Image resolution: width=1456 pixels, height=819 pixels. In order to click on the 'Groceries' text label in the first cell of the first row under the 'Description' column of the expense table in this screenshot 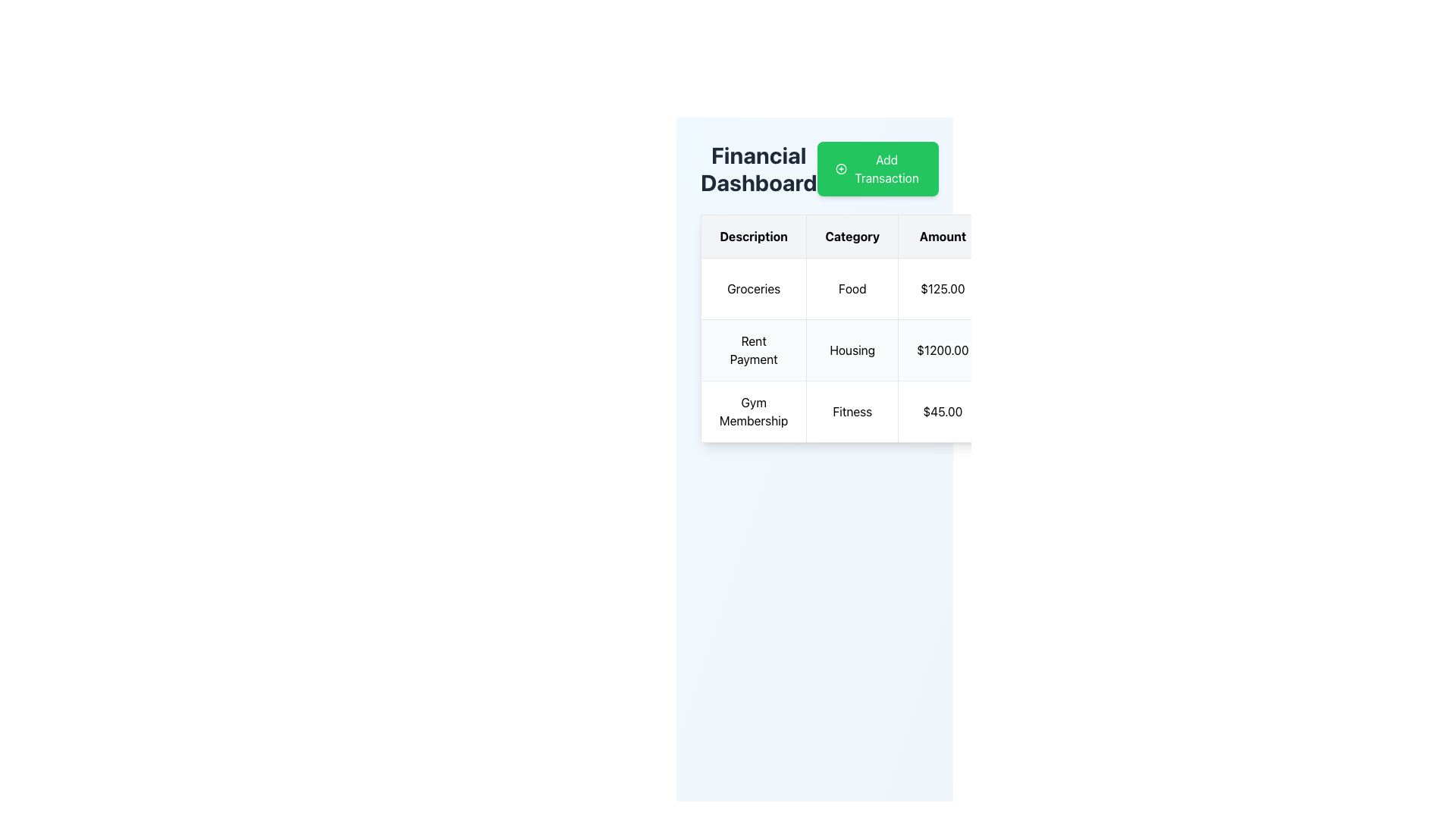, I will do `click(754, 289)`.